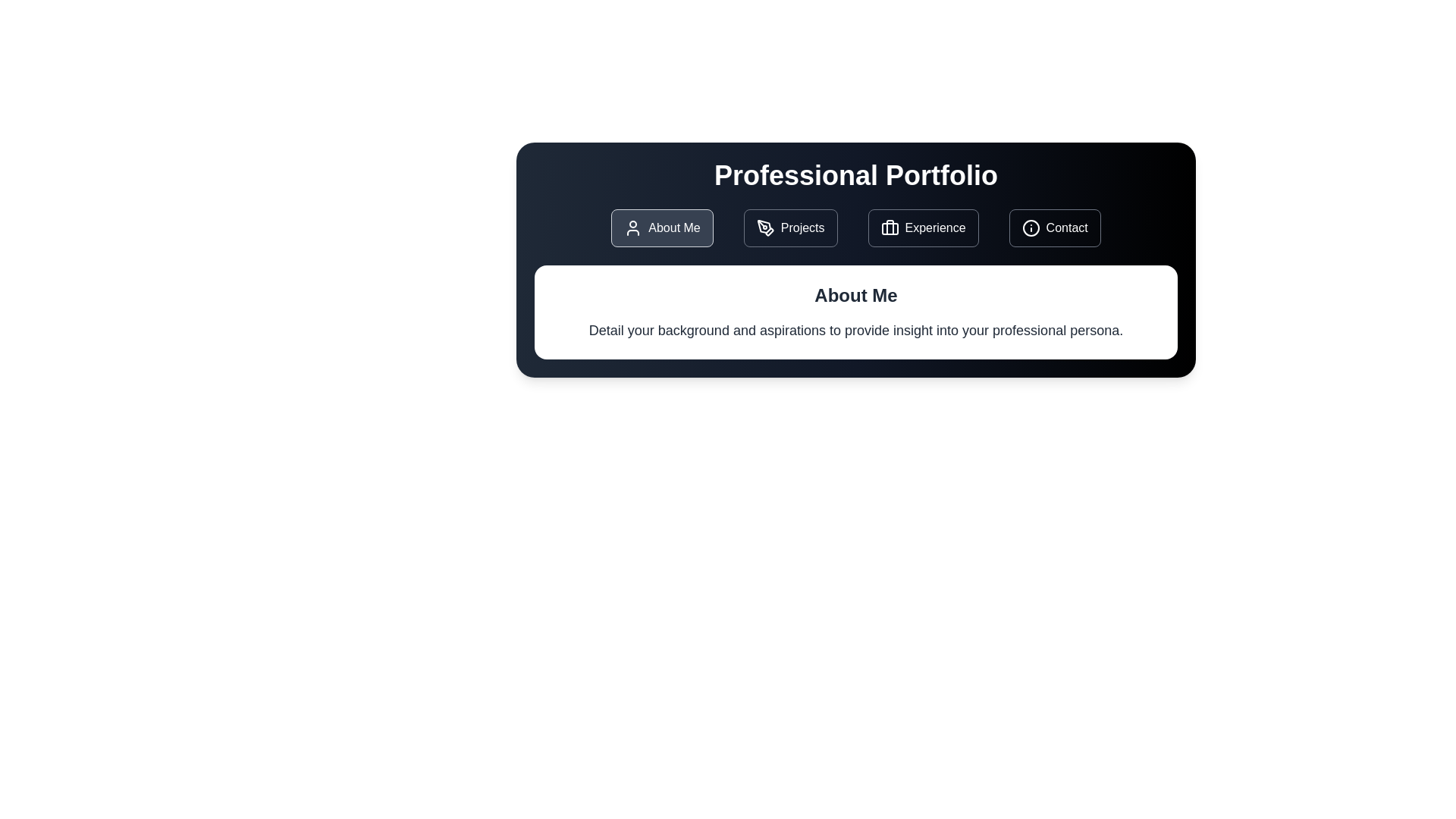  I want to click on the 'Experience' button in the navigation bar, so click(922, 227).